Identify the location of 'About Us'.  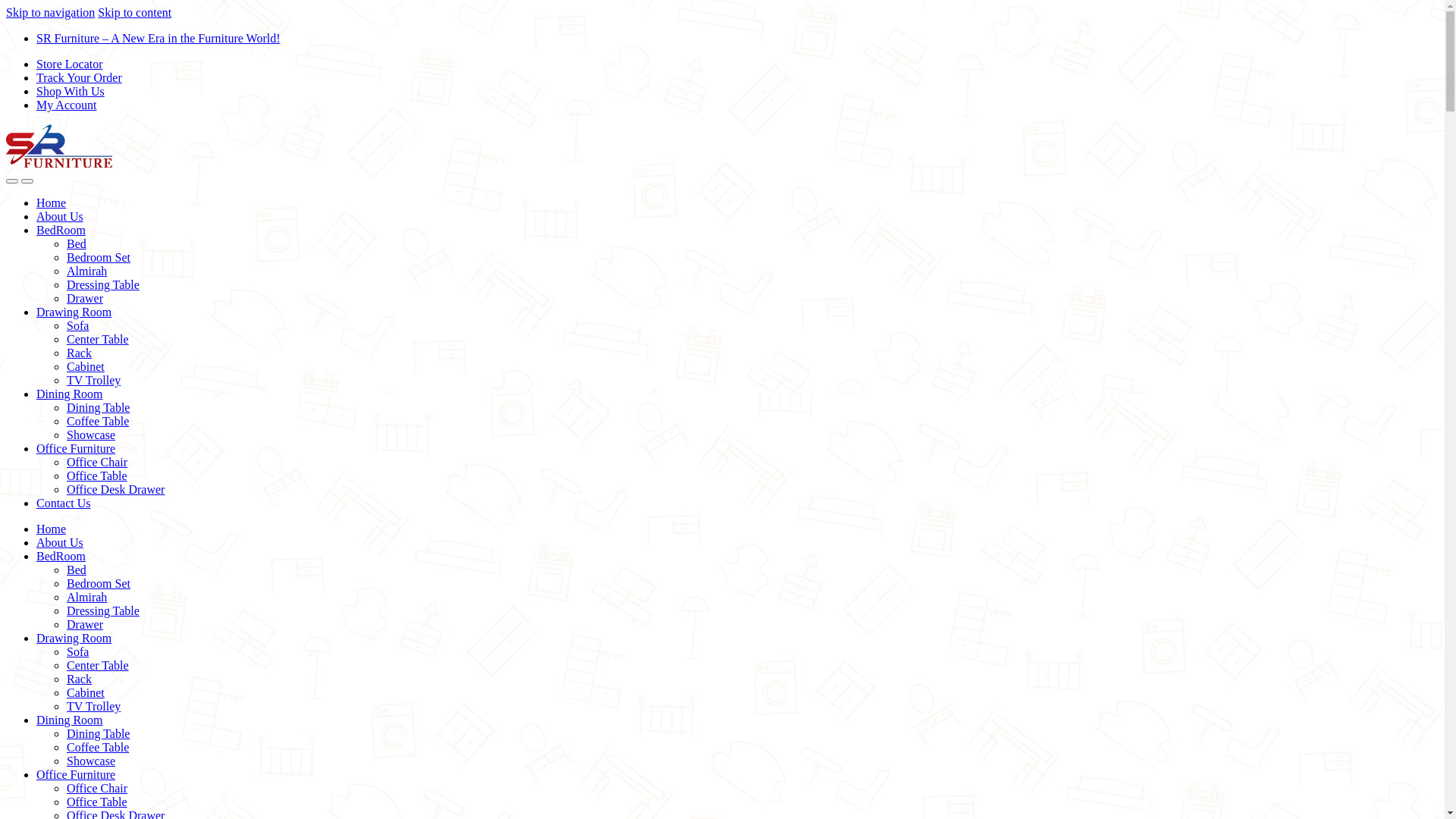
(59, 541).